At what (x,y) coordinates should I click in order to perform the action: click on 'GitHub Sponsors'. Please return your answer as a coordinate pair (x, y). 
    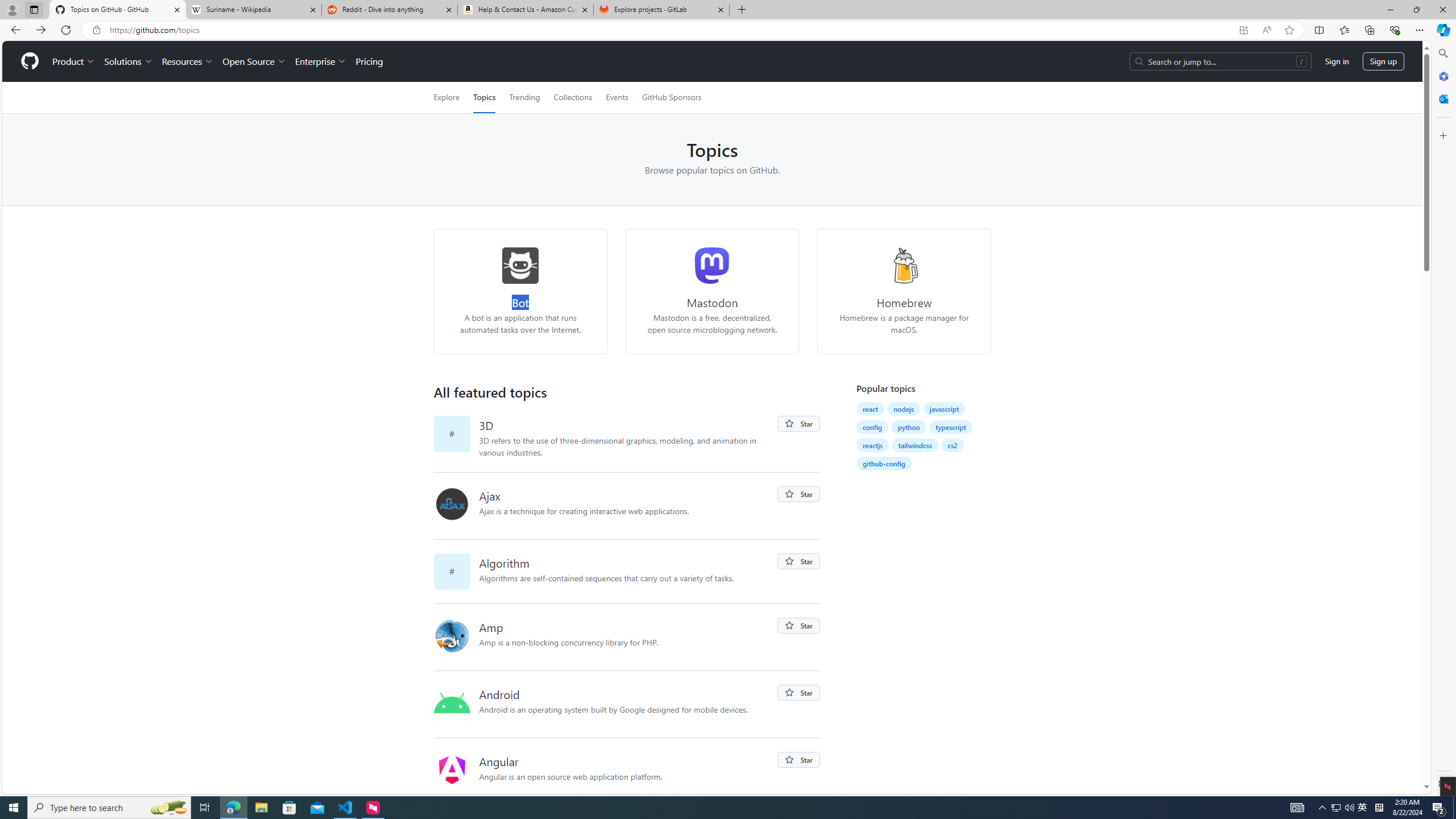
    Looking at the image, I should click on (672, 97).